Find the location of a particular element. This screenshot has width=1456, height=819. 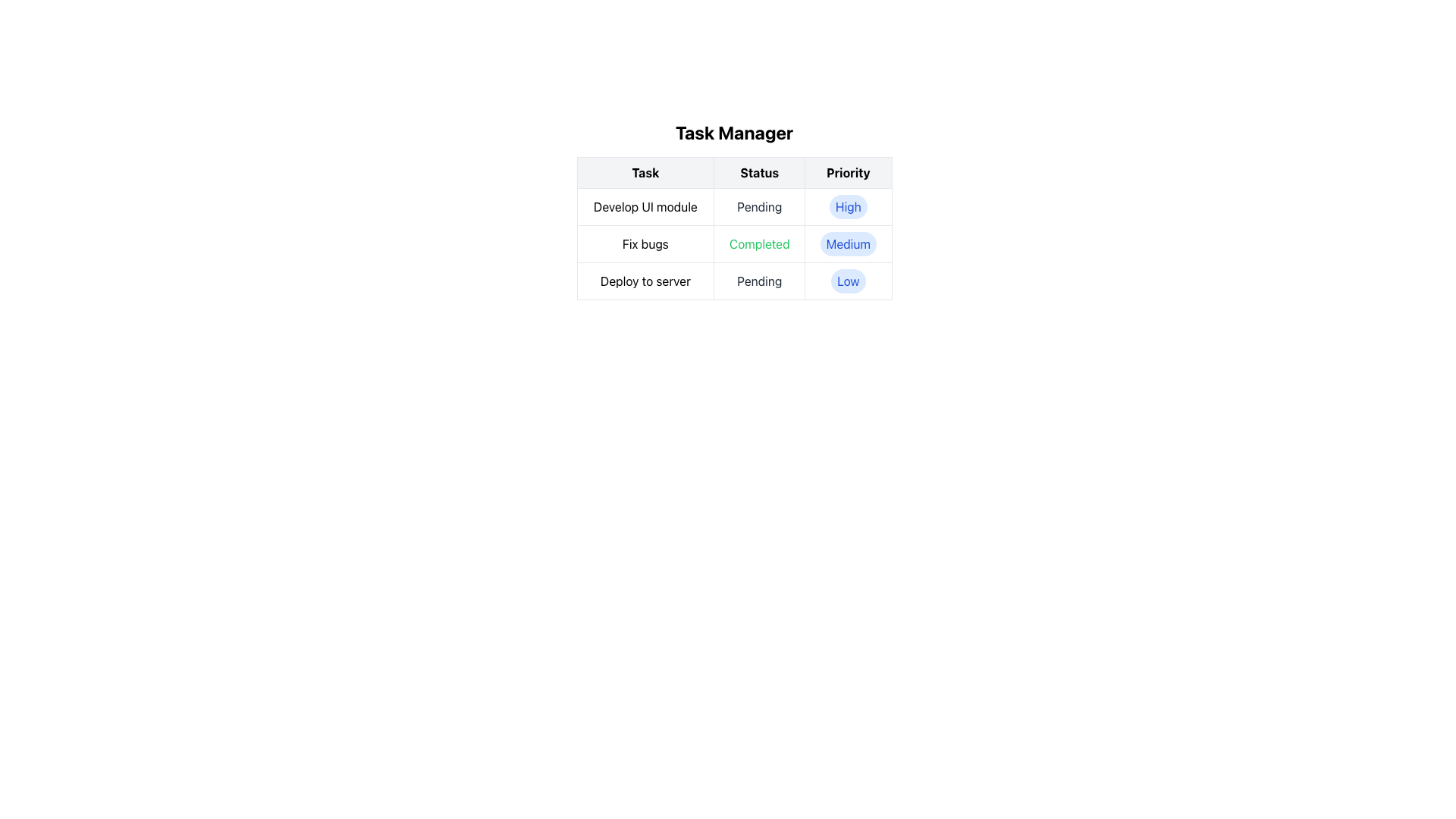

the Text Label indicating the task 'Fix bugs' located in the second row of the task management table is located at coordinates (645, 243).